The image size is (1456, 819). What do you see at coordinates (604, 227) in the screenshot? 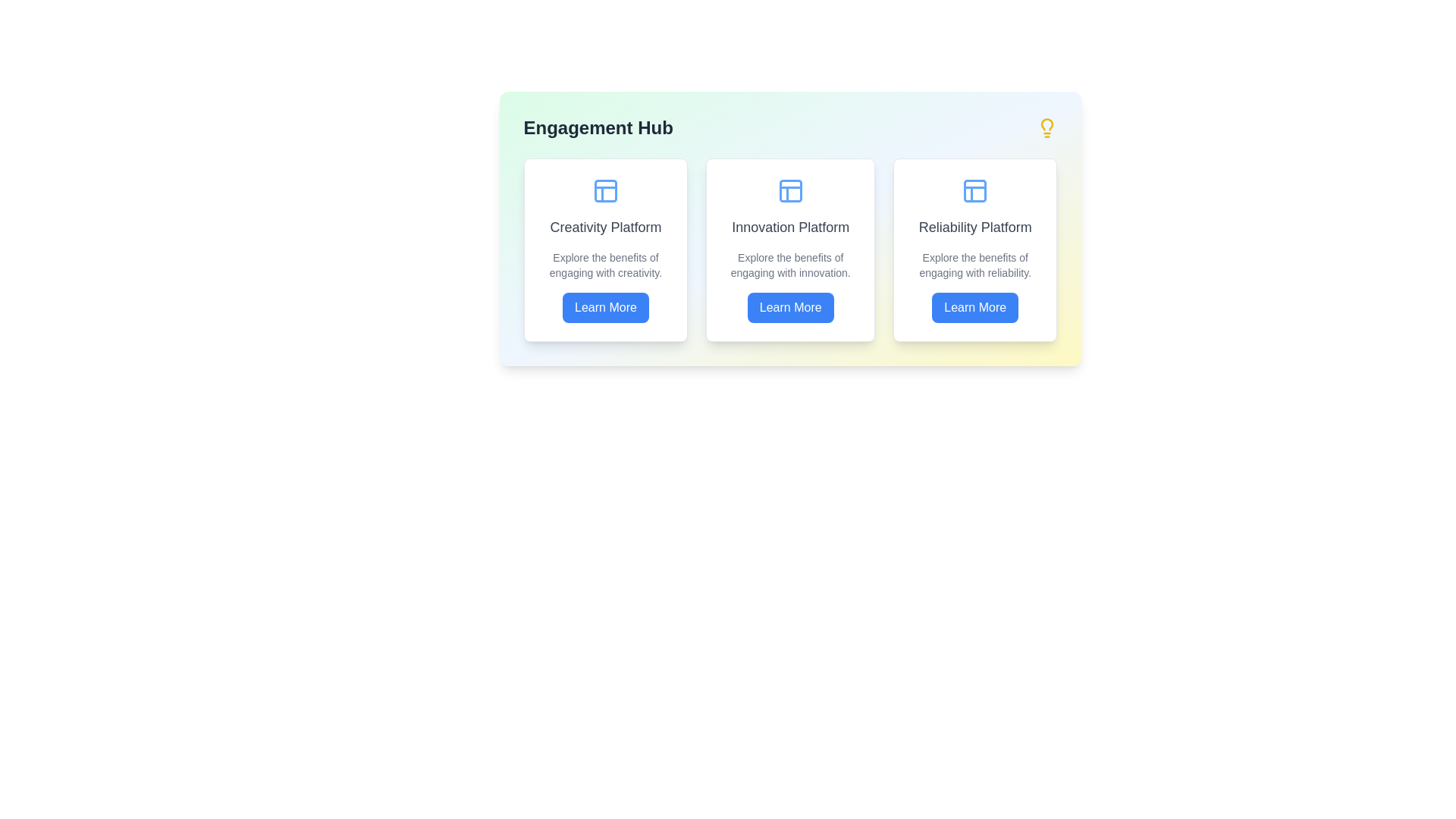
I see `the title text of the card labeled 'Creativity Platform' in the 'Engagement Hub'` at bounding box center [604, 227].